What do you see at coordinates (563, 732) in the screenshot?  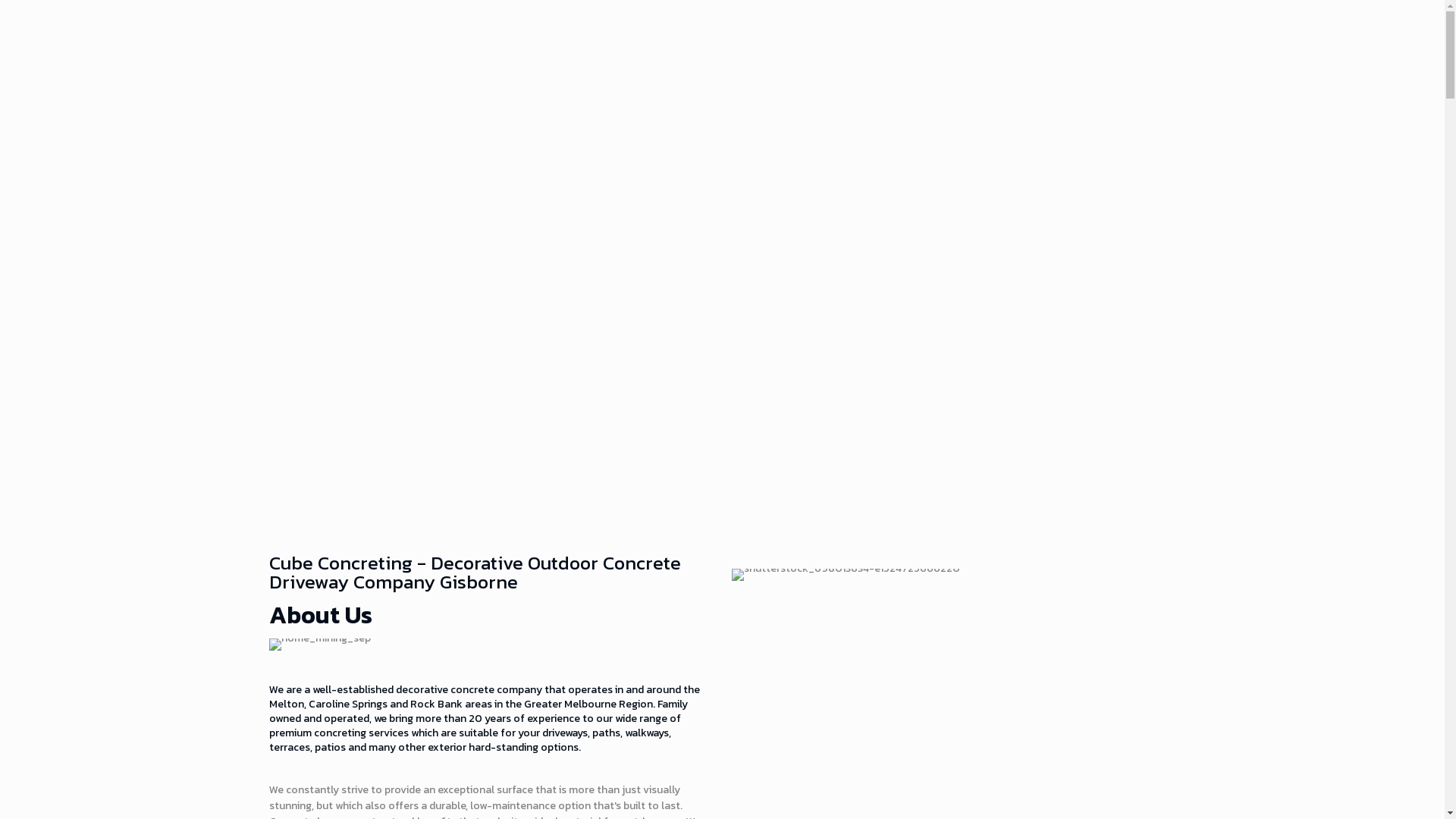 I see `'driveways'` at bounding box center [563, 732].